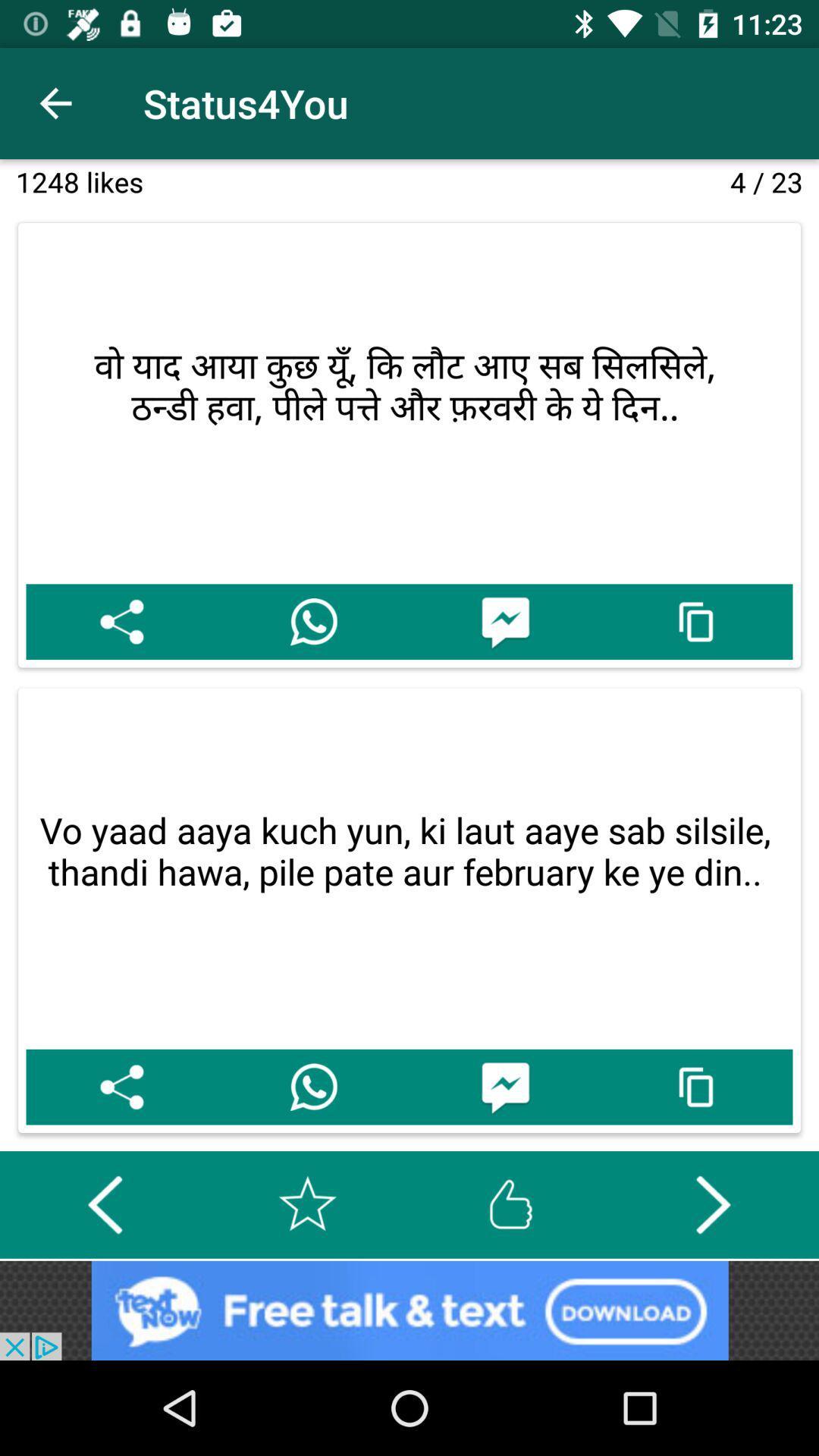 The image size is (819, 1456). Describe the element at coordinates (510, 1203) in the screenshot. I see `like page` at that location.